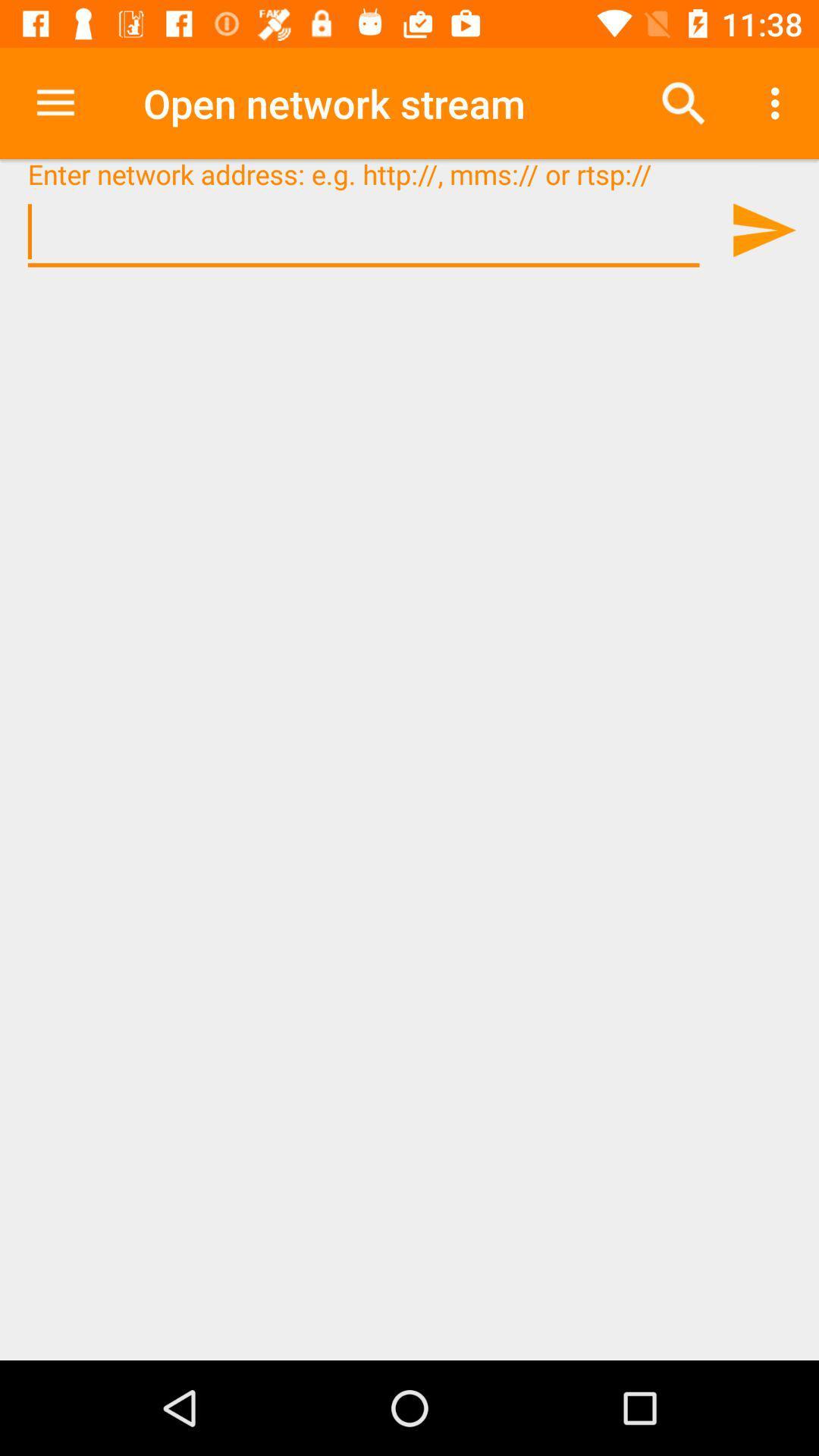  Describe the element at coordinates (363, 231) in the screenshot. I see `text` at that location.